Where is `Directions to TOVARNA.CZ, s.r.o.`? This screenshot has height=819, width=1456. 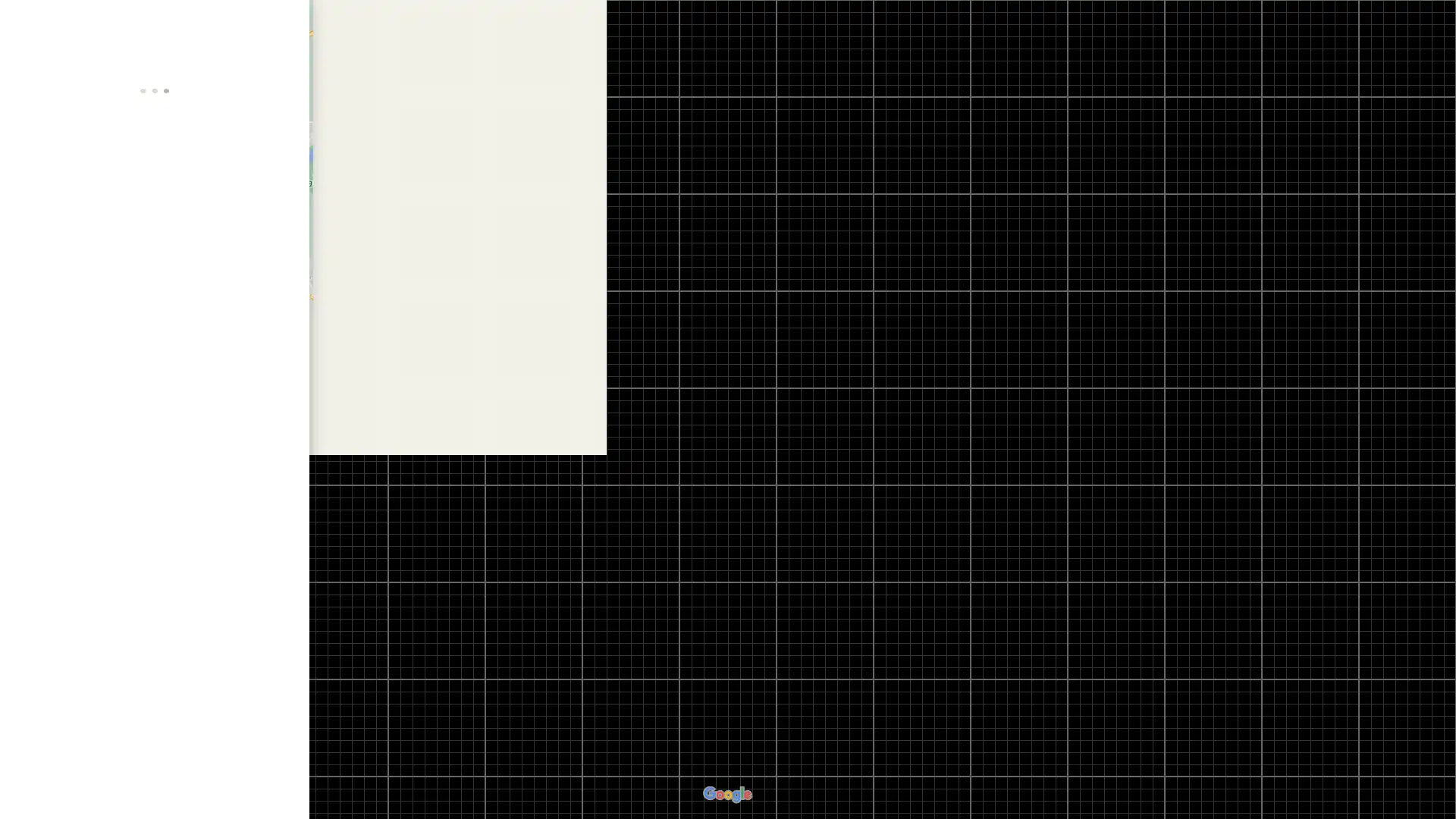 Directions to TOVARNA.CZ, s.r.o. is located at coordinates (43, 296).